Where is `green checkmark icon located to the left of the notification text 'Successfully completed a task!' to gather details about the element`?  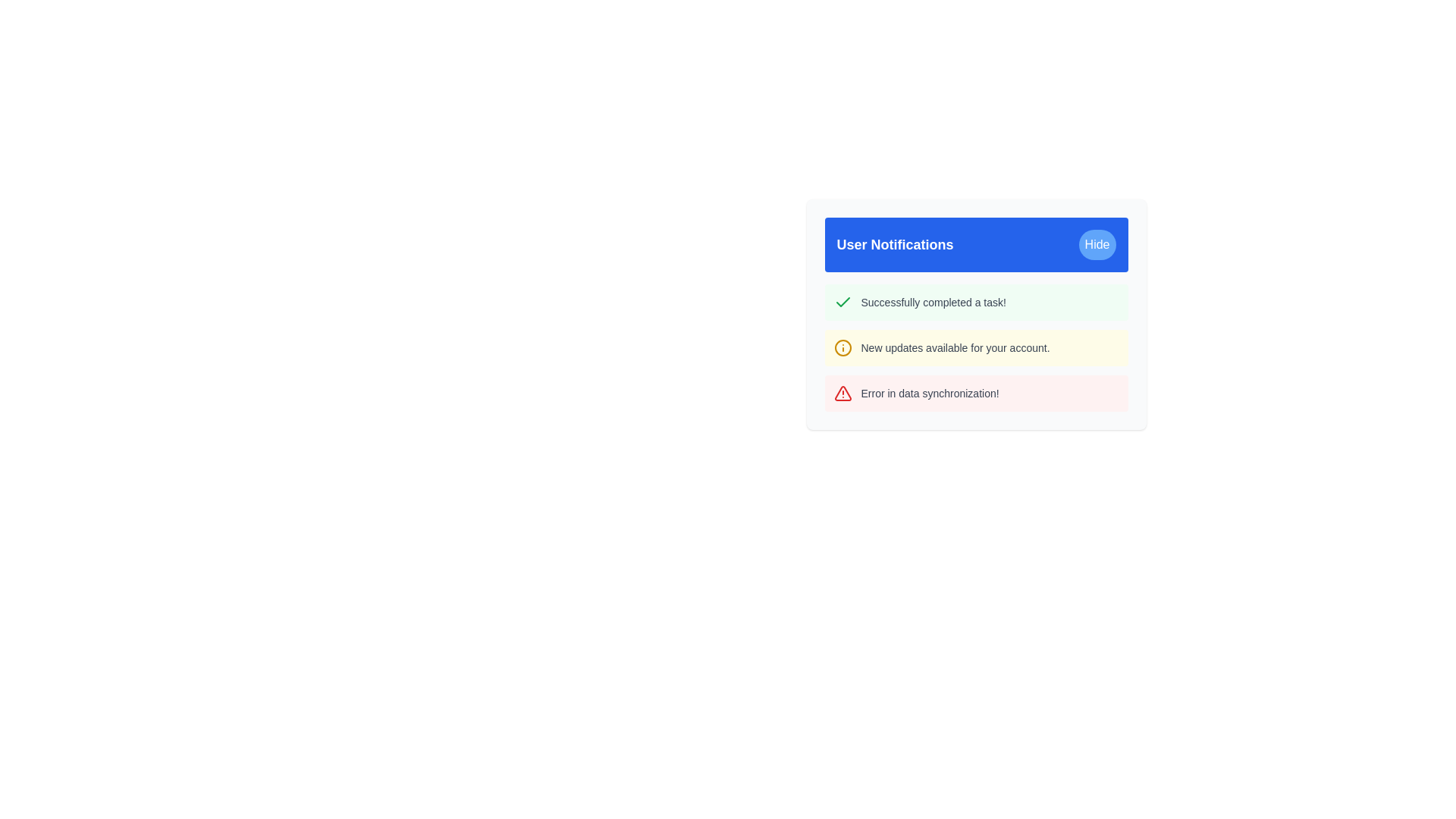
green checkmark icon located to the left of the notification text 'Successfully completed a task!' to gather details about the element is located at coordinates (842, 302).